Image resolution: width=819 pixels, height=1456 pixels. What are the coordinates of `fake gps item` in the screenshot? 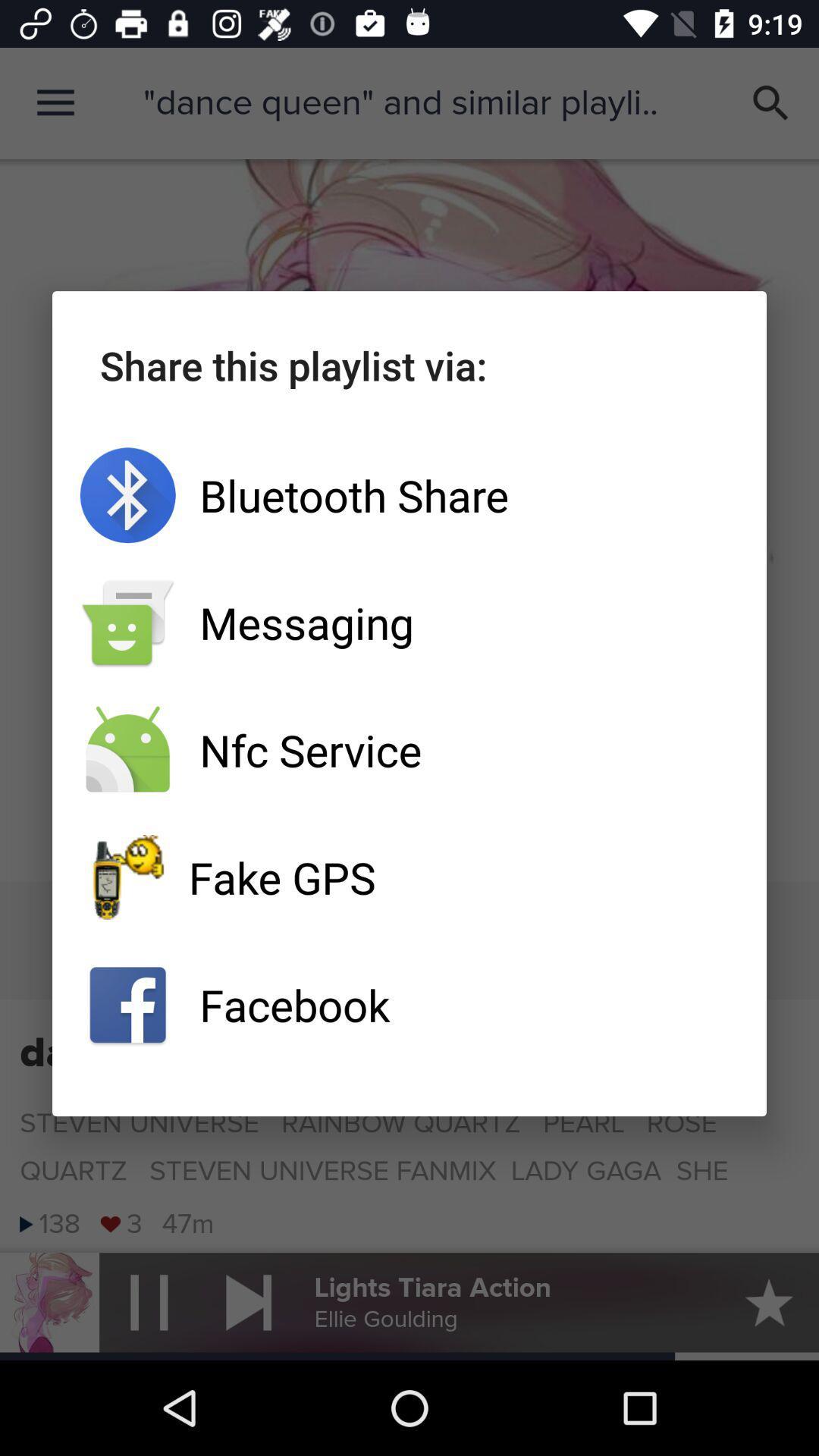 It's located at (409, 877).